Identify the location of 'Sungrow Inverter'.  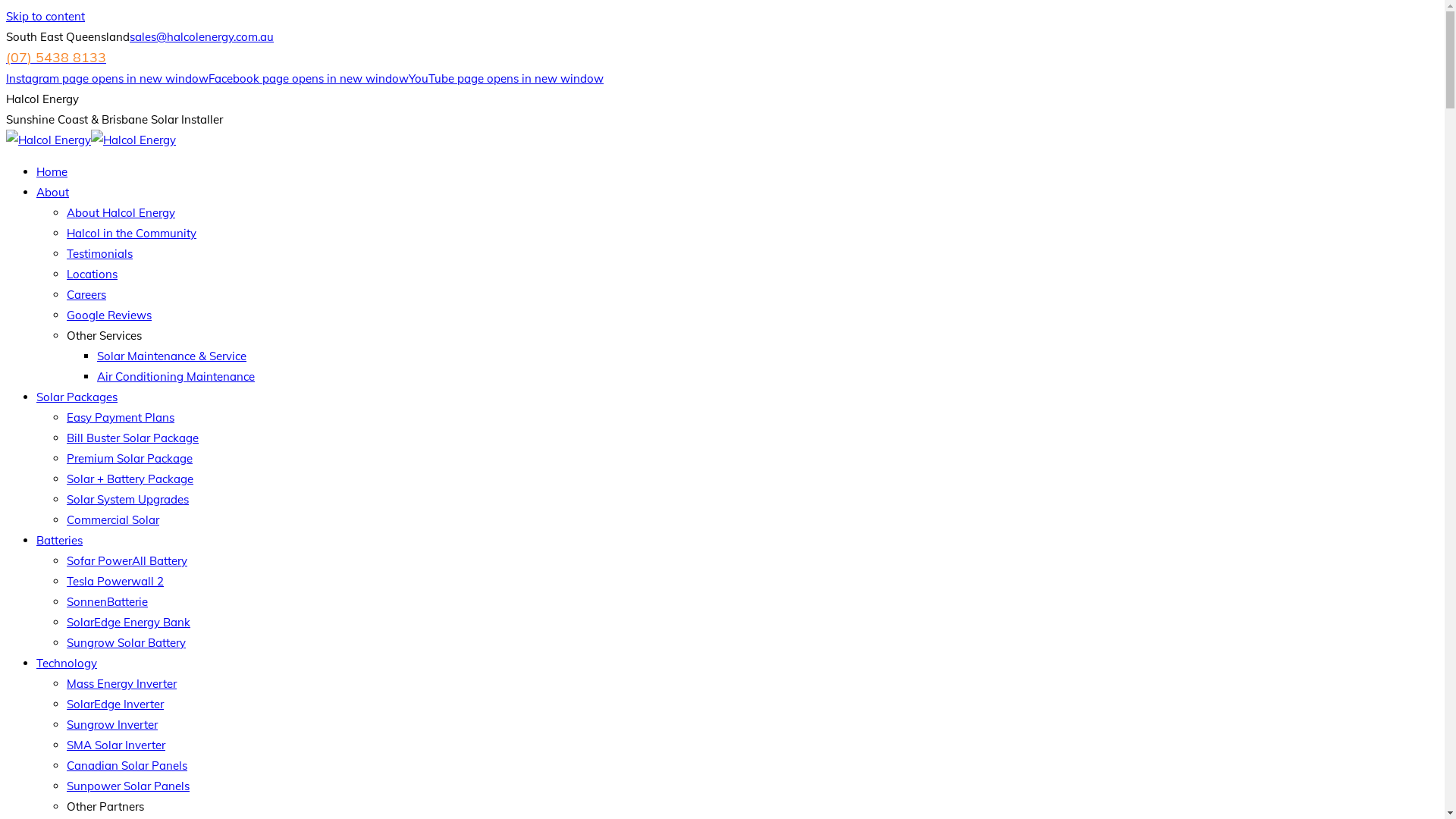
(111, 723).